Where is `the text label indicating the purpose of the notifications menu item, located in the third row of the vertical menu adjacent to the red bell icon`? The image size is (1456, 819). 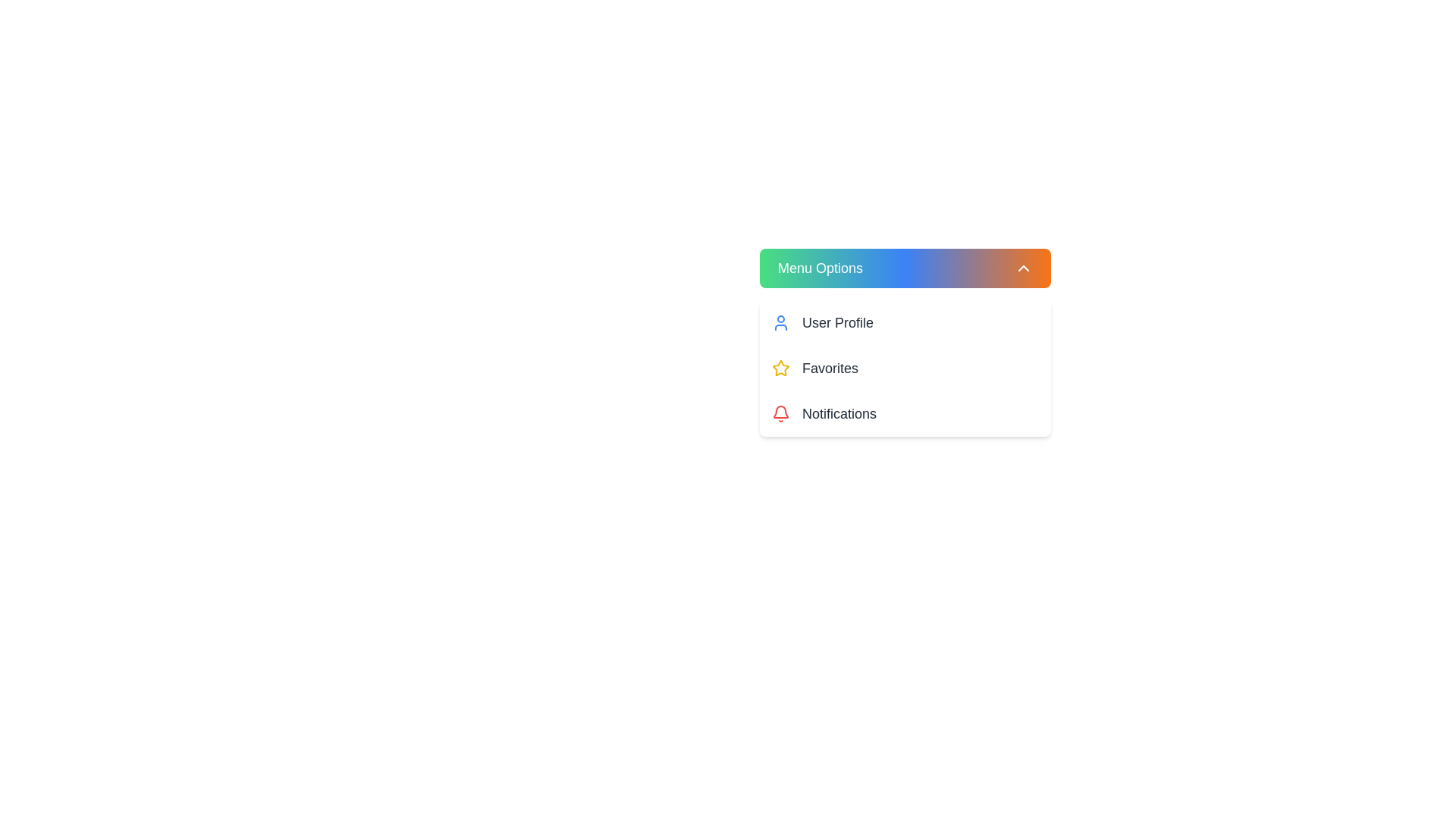
the text label indicating the purpose of the notifications menu item, located in the third row of the vertical menu adjacent to the red bell icon is located at coordinates (839, 414).